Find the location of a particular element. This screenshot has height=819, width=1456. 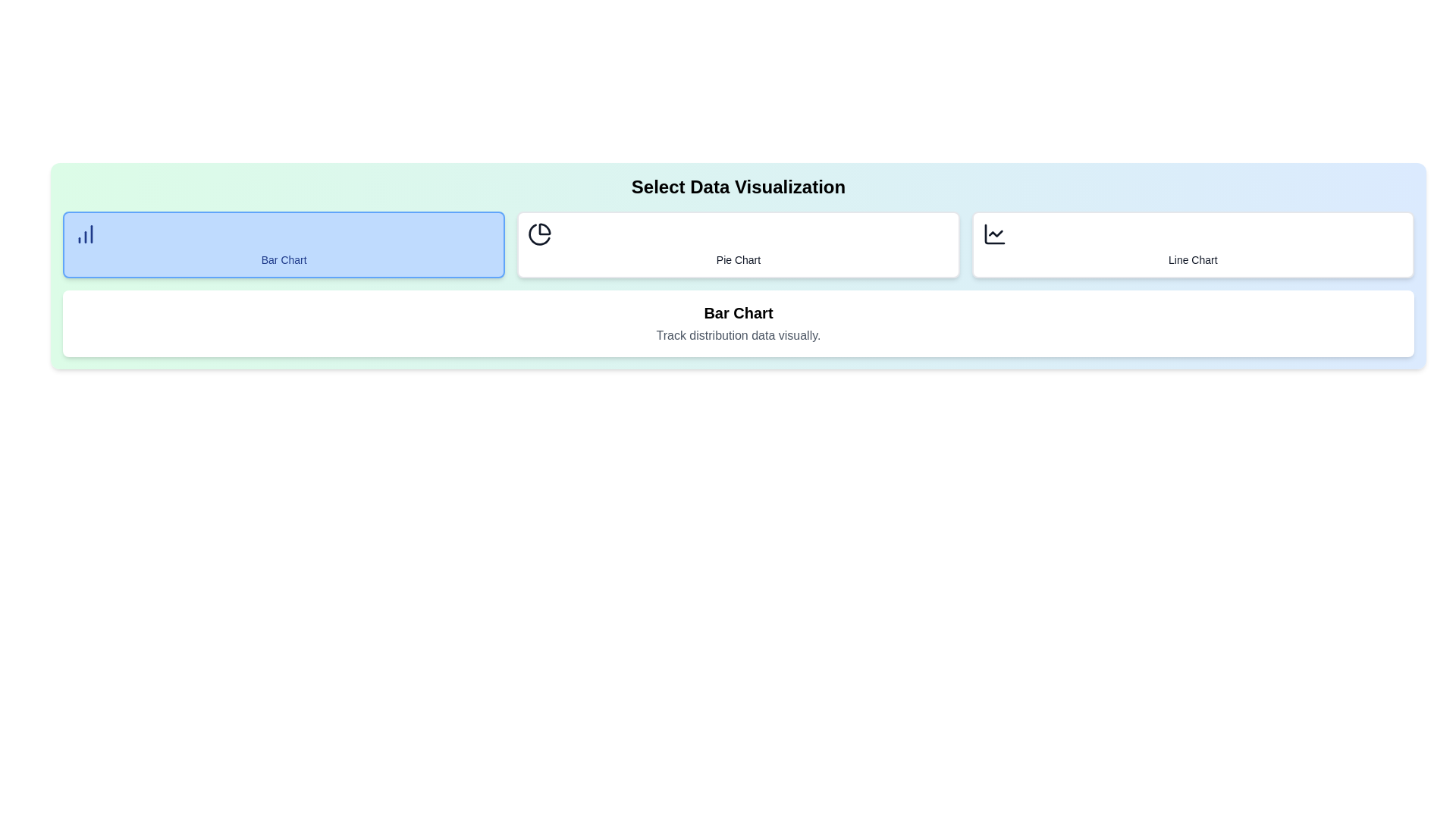

the 'Line Chart' icon located in the top portion of the interface, specifically within the third button group under the 'Select Data Visualization' section is located at coordinates (994, 234).